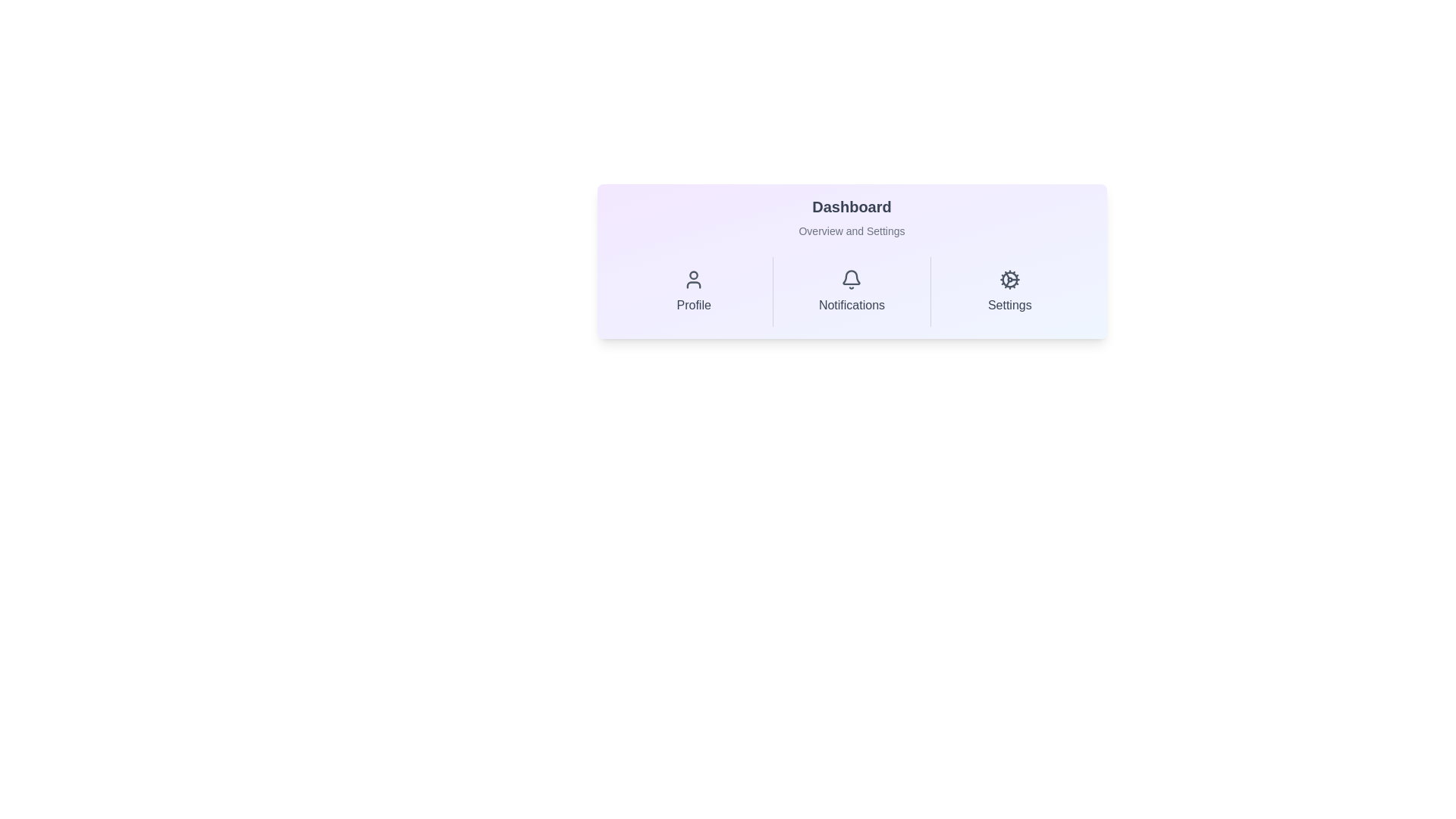 The image size is (1456, 819). I want to click on the circular graphical element that resembles a user profile icon, located at the center of the first section of a horizontal menu bar, so click(693, 275).